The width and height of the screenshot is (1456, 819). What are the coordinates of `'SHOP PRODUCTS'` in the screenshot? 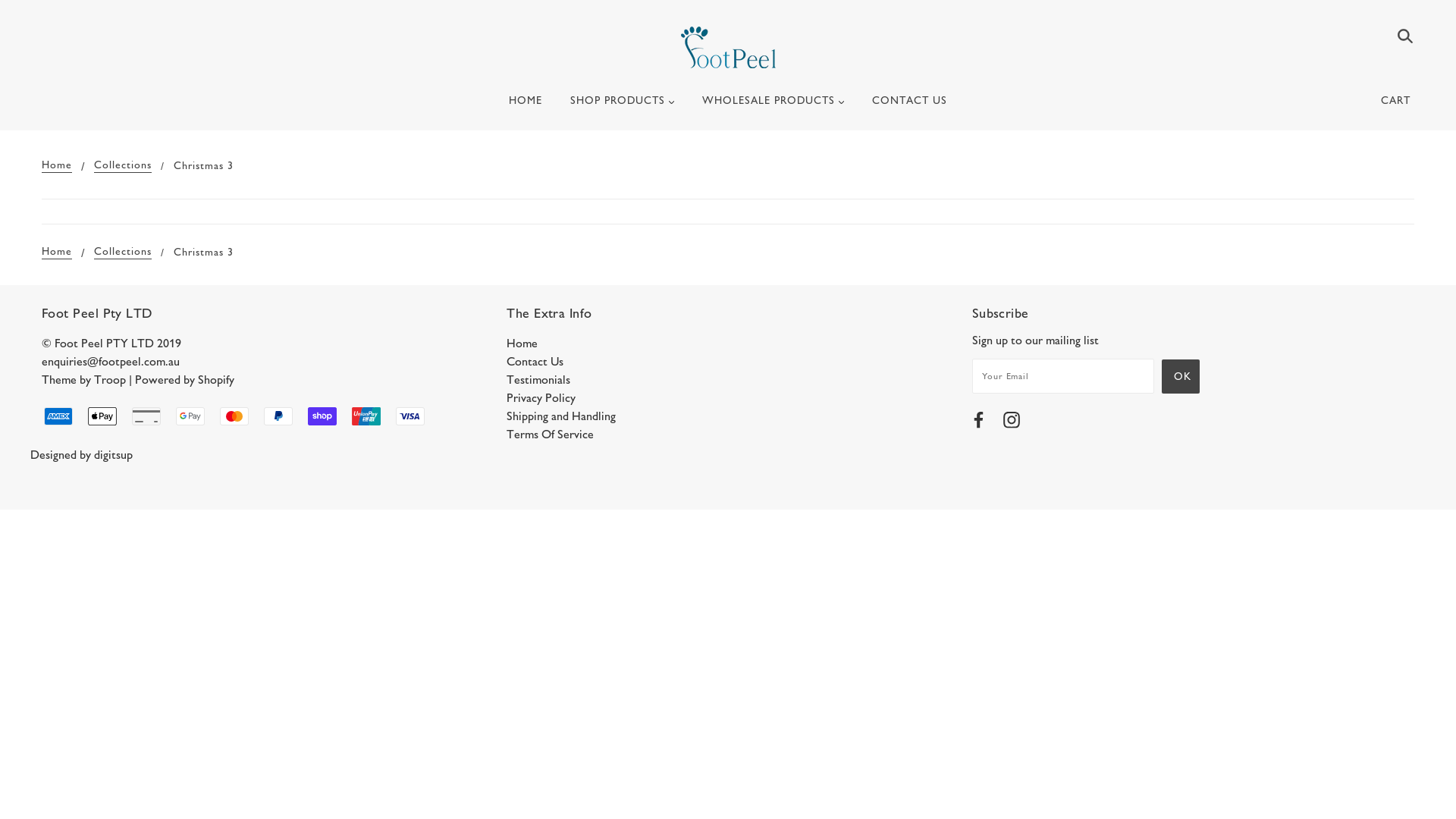 It's located at (622, 106).